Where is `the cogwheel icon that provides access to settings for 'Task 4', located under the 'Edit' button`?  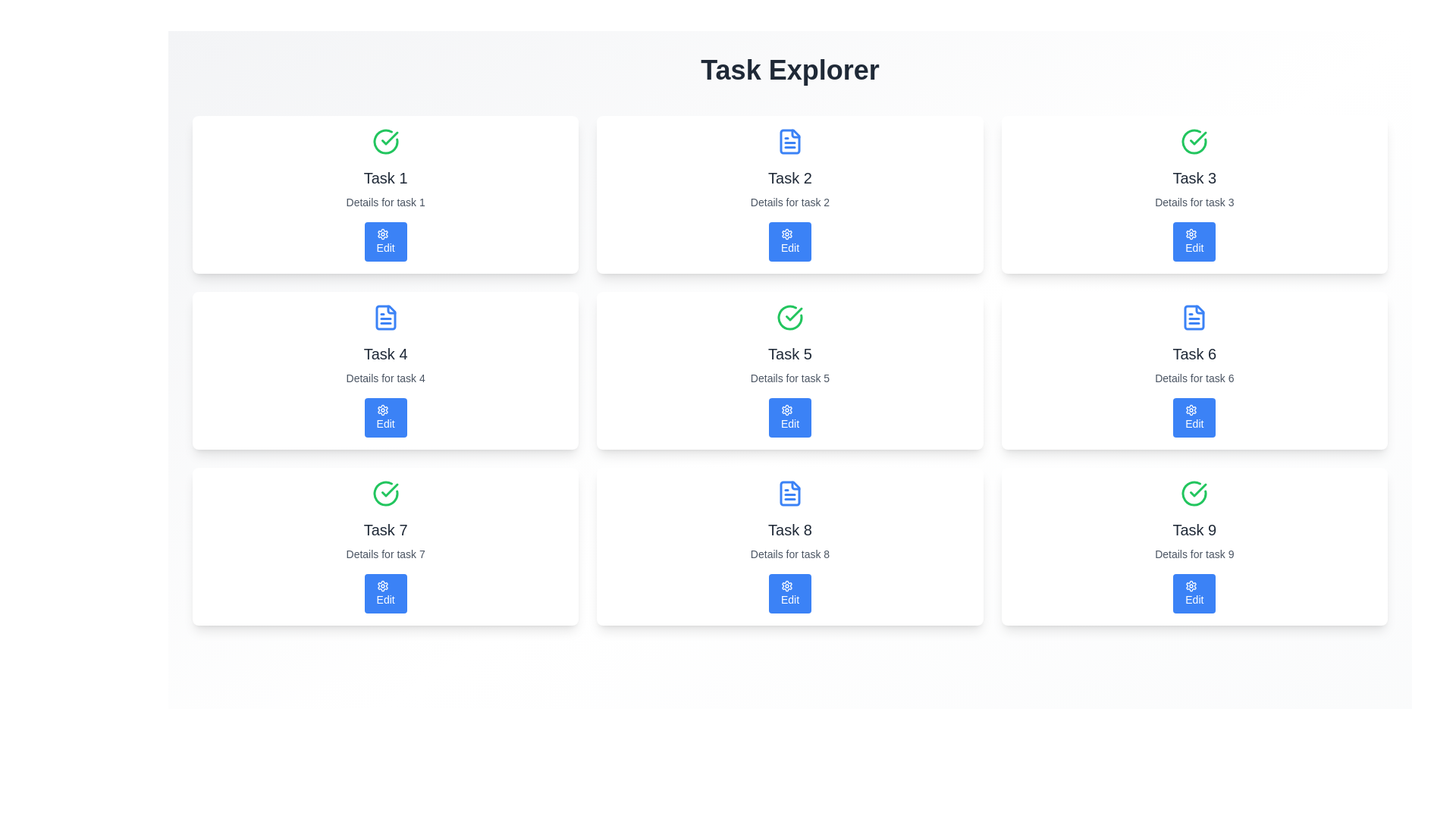 the cogwheel icon that provides access to settings for 'Task 4', located under the 'Edit' button is located at coordinates (382, 409).